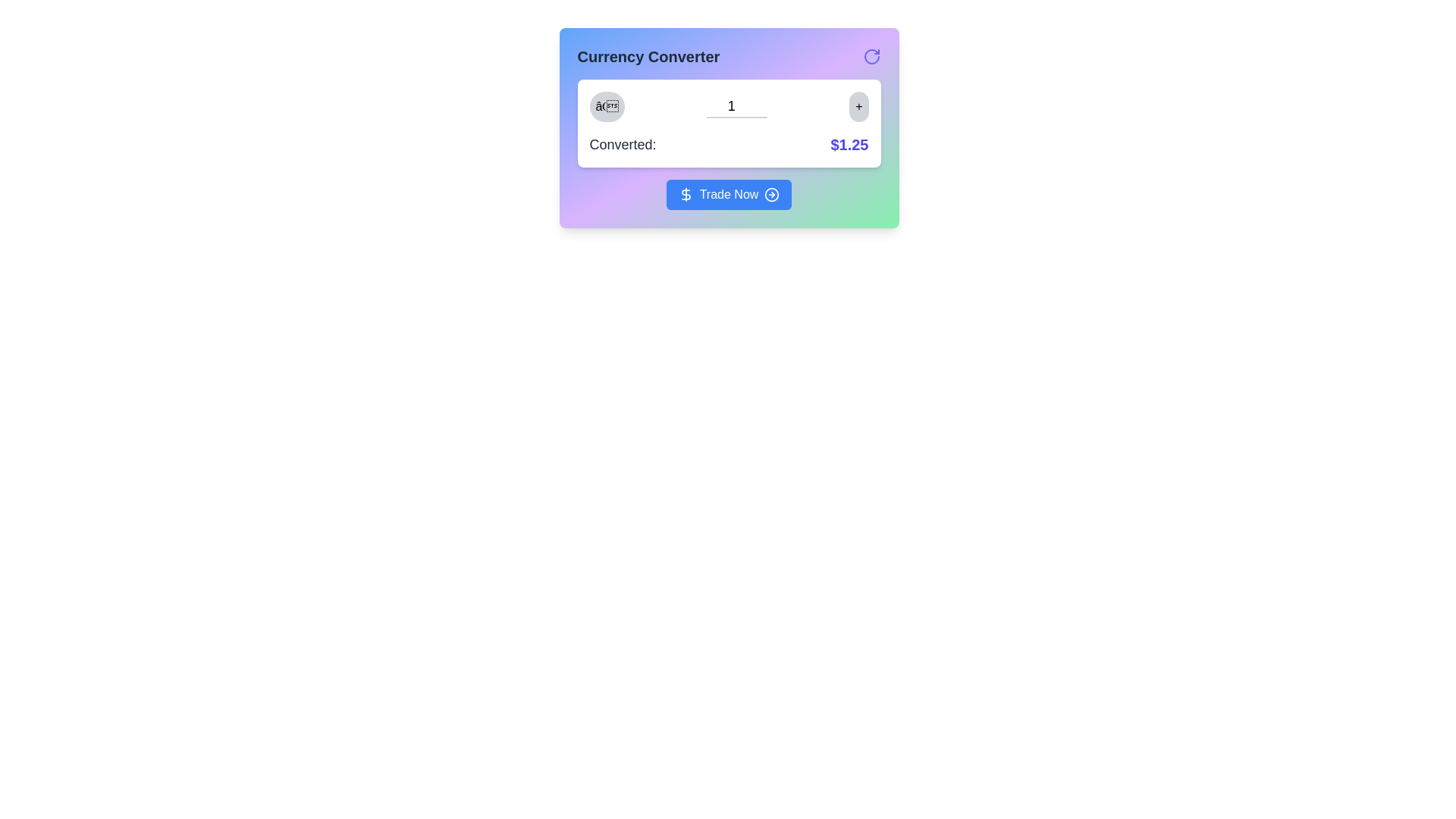 This screenshot has width=1456, height=819. Describe the element at coordinates (858, 106) in the screenshot. I see `the circular increment button with a gray background and a centered plus sign ('+') to increment the value in the quantity adjustment section` at that location.